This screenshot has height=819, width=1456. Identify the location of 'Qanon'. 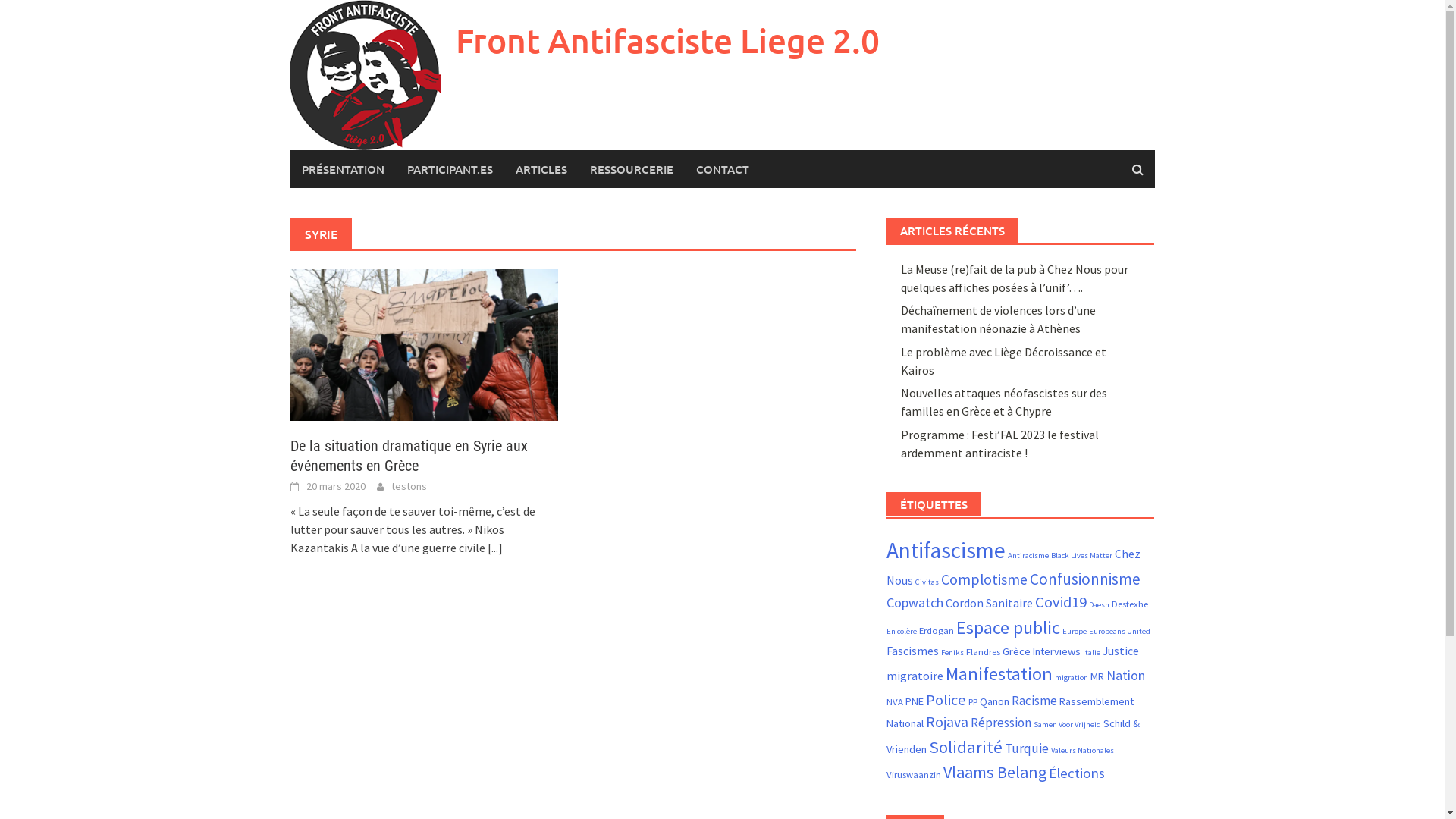
(994, 701).